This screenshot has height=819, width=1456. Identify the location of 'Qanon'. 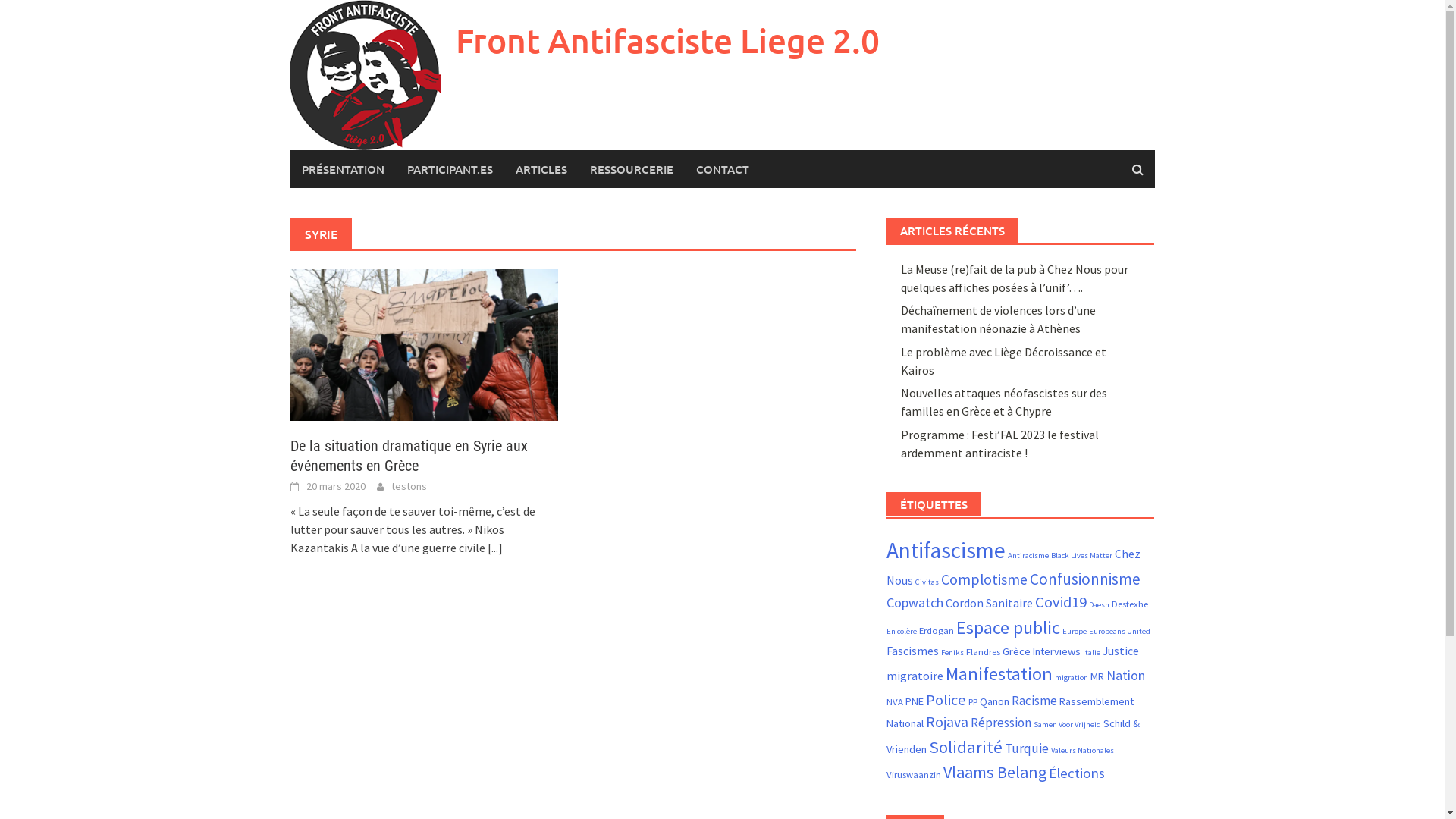
(994, 701).